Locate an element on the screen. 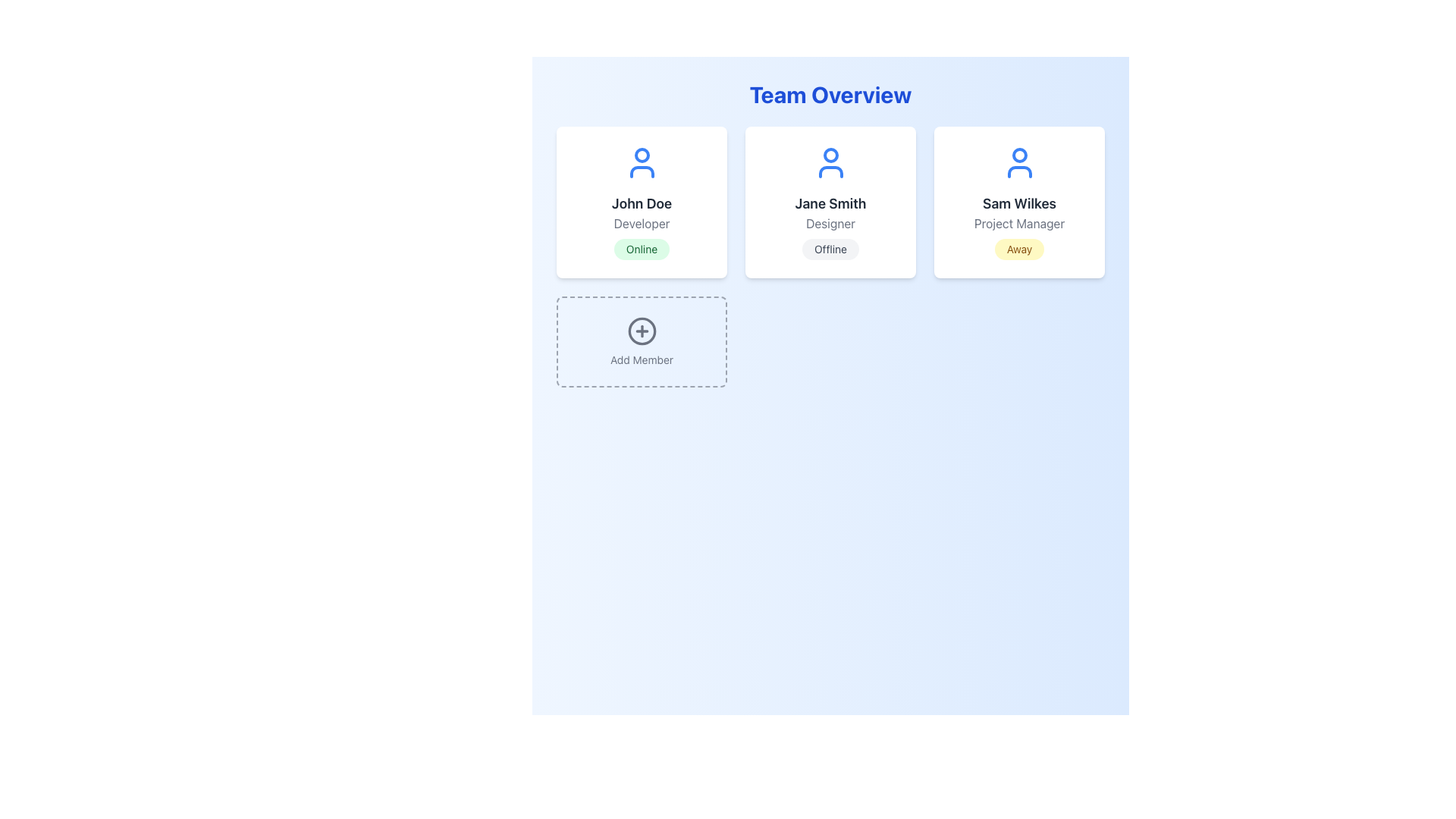 The width and height of the screenshot is (1456, 819). the user profile vector icon located at the center of the card in the 'Team Overview' section, which visually represents user information is located at coordinates (642, 163).